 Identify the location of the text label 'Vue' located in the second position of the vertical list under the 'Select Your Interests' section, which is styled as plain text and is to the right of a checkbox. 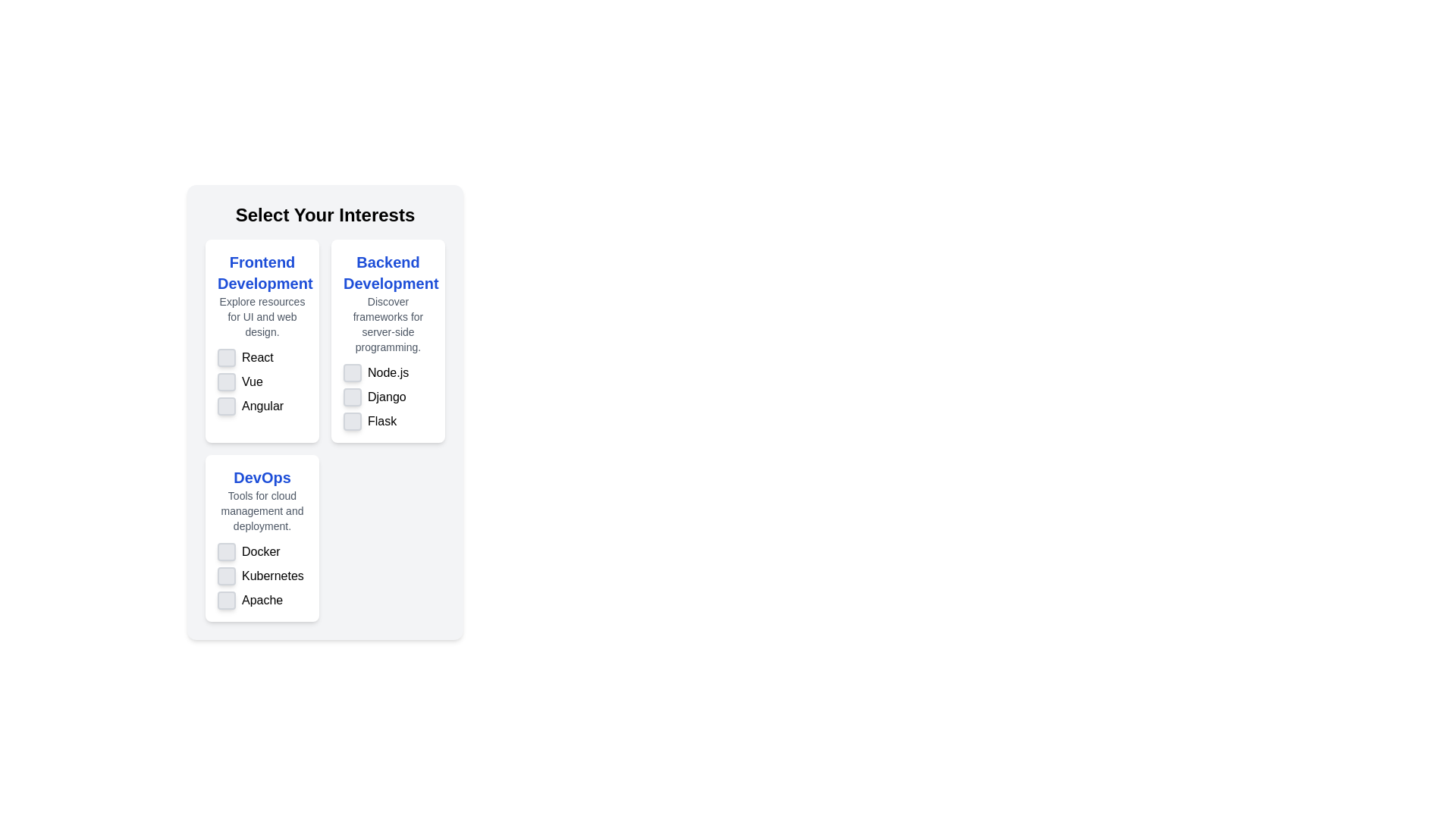
(252, 381).